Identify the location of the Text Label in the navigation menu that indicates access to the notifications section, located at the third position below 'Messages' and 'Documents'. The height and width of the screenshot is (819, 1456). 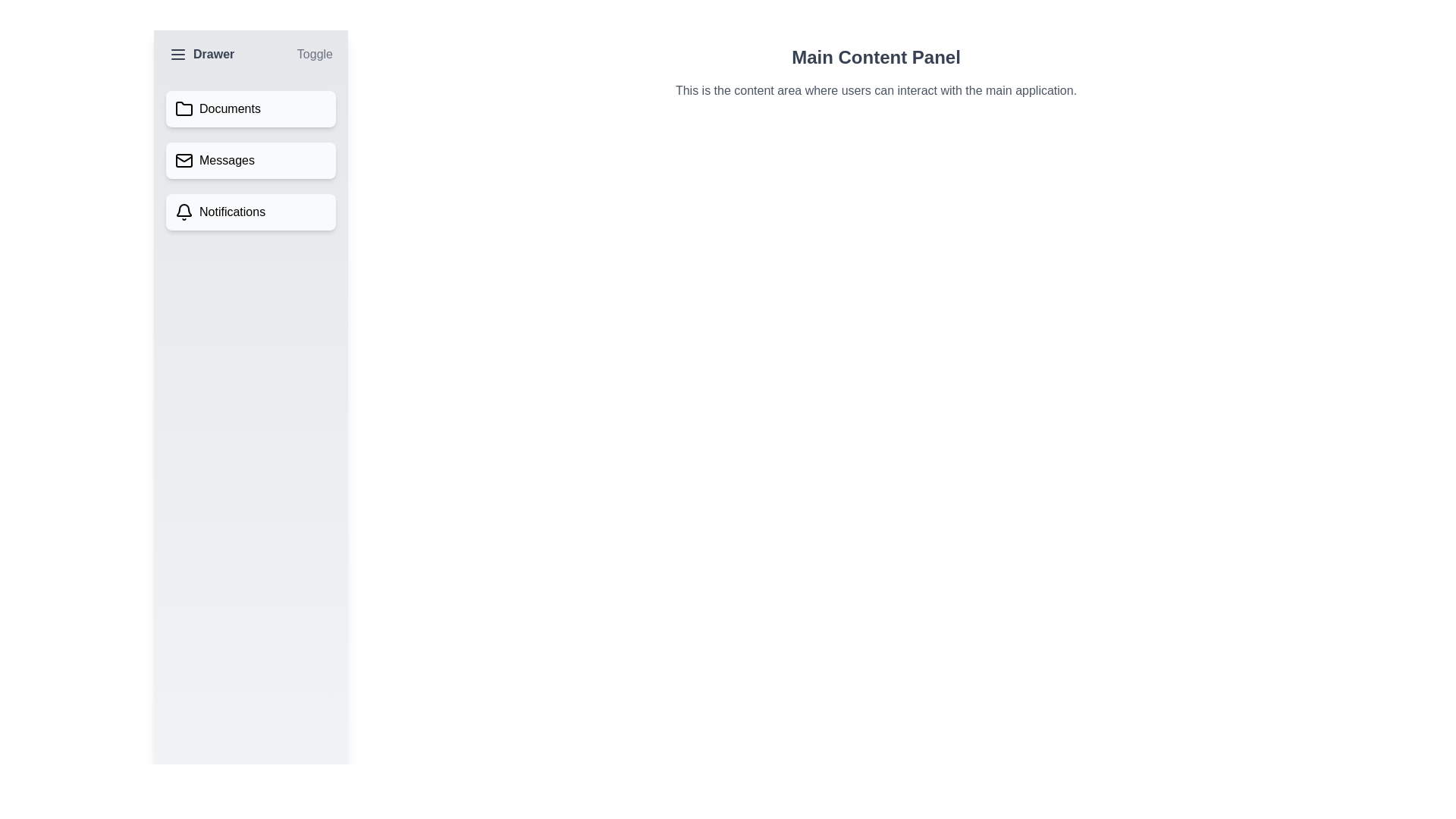
(231, 212).